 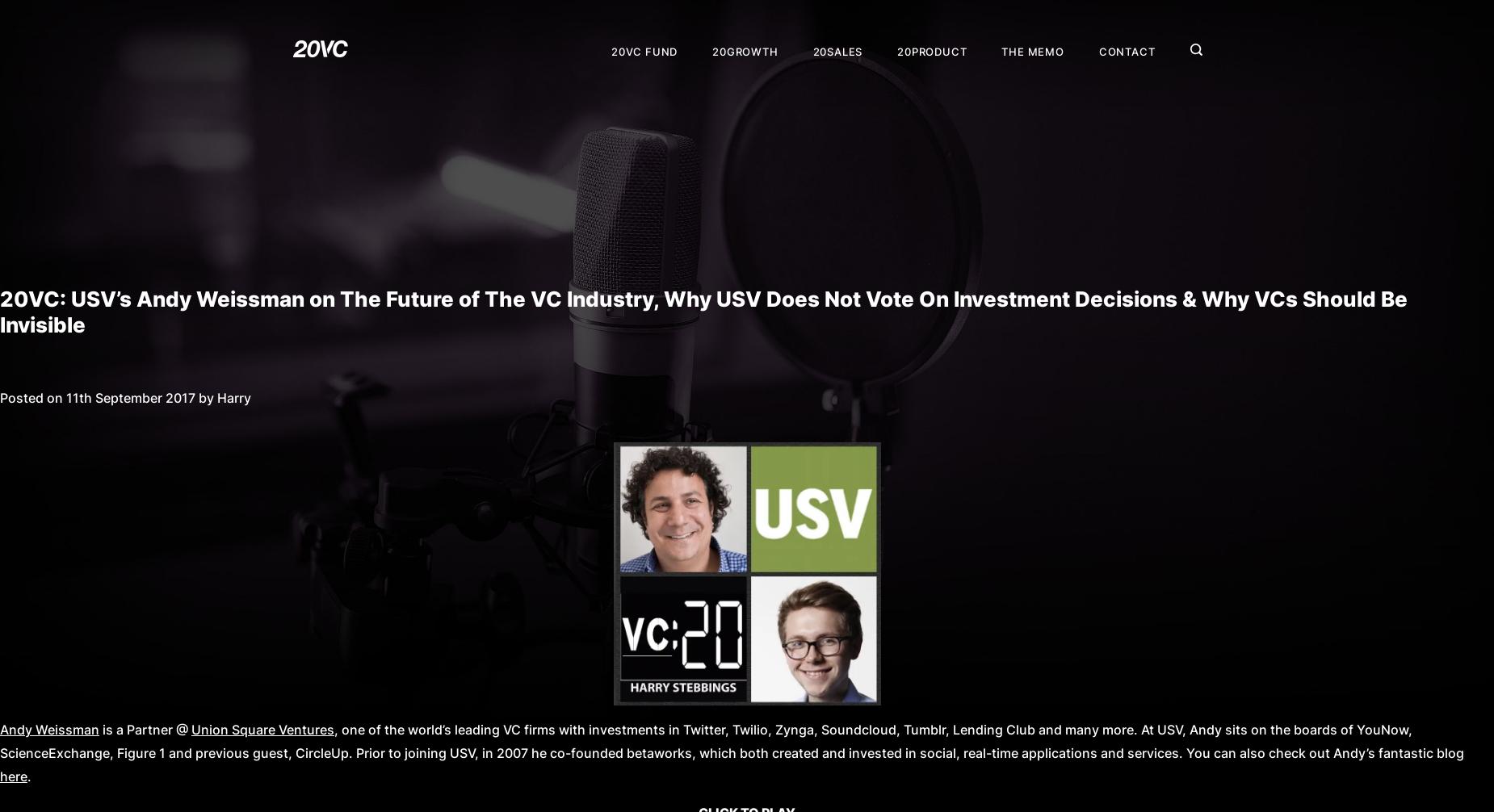 I want to click on '20Product', so click(x=931, y=50).